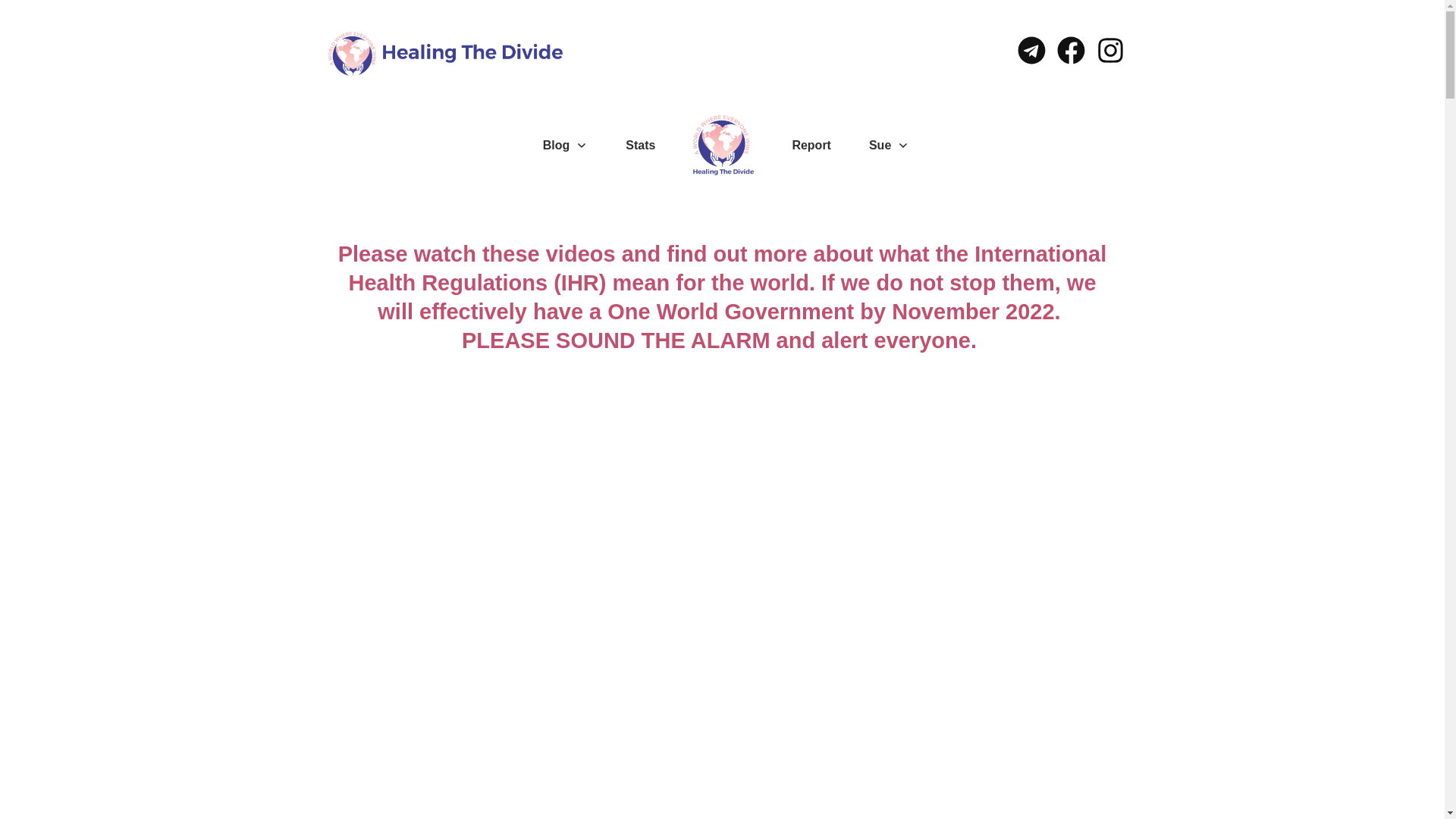 This screenshot has height=819, width=1456. I want to click on 'Sue', so click(869, 146).